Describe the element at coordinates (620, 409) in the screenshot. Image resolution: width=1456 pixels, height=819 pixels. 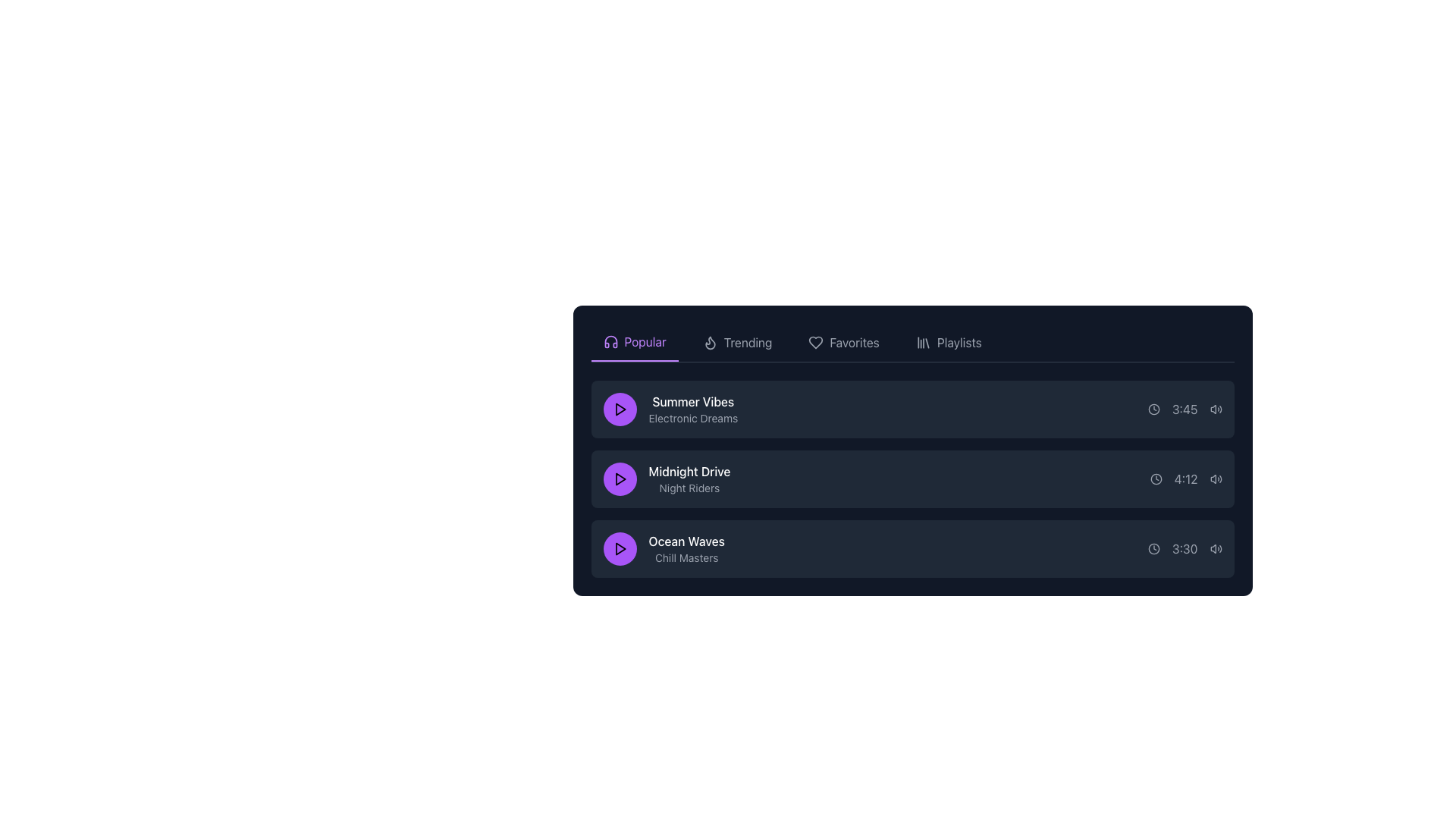
I see `the circular button with a triangular play icon` at that location.